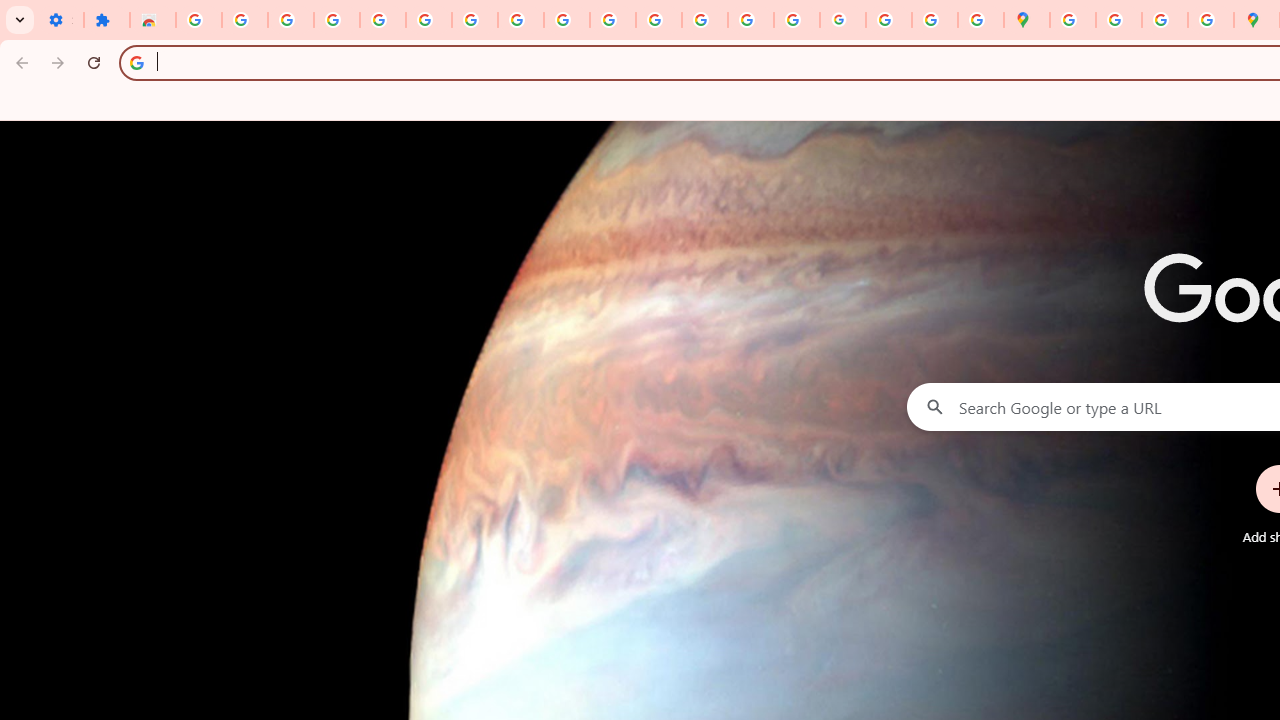  I want to click on 'Sign in - Google Accounts', so click(198, 20).